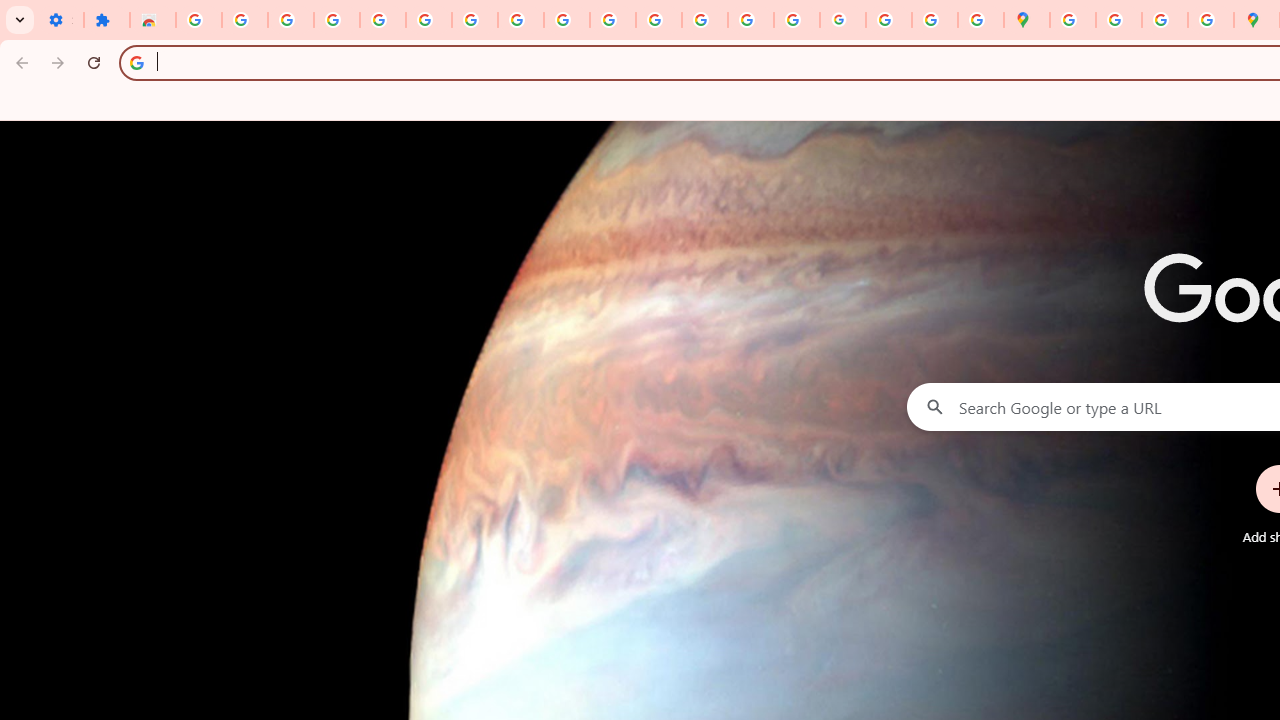  I want to click on 'Sign in - Google Accounts', so click(198, 20).